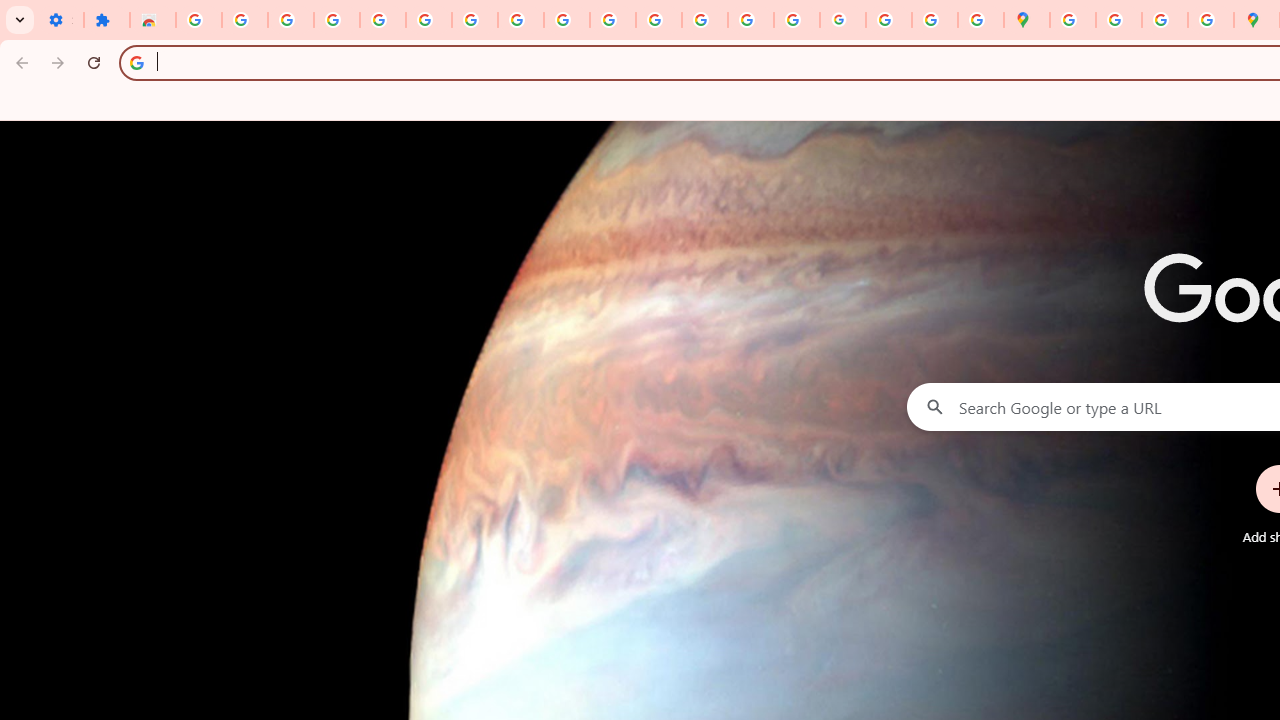  I want to click on 'Sign in - Google Accounts', so click(198, 20).